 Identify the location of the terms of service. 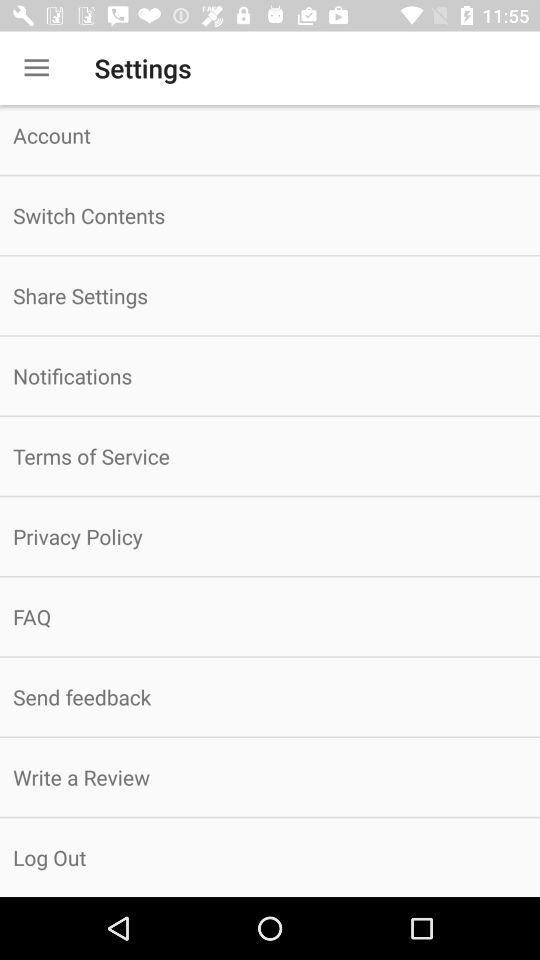
(270, 456).